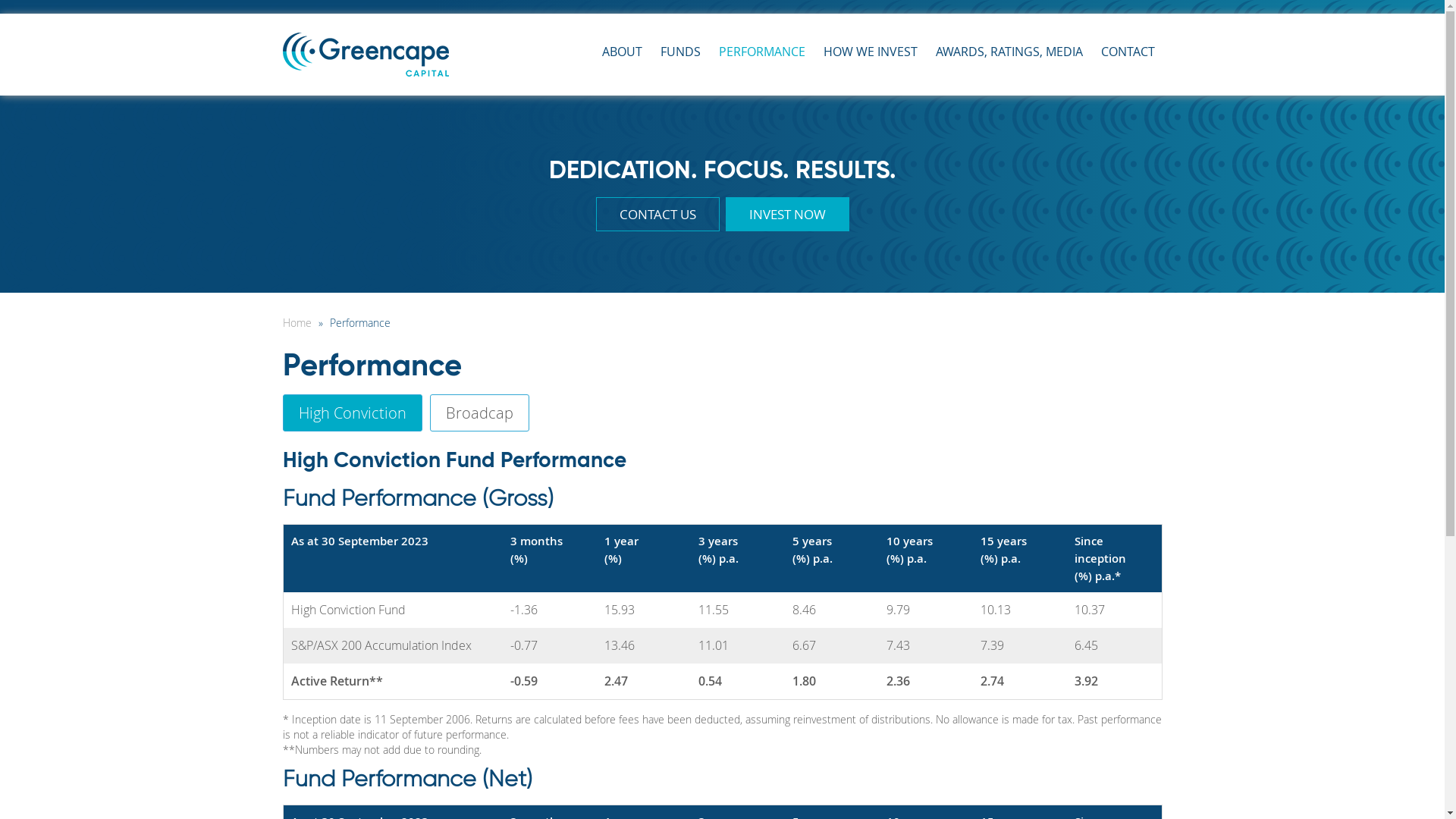 The height and width of the screenshot is (819, 1456). What do you see at coordinates (870, 51) in the screenshot?
I see `'HOW WE INVEST'` at bounding box center [870, 51].